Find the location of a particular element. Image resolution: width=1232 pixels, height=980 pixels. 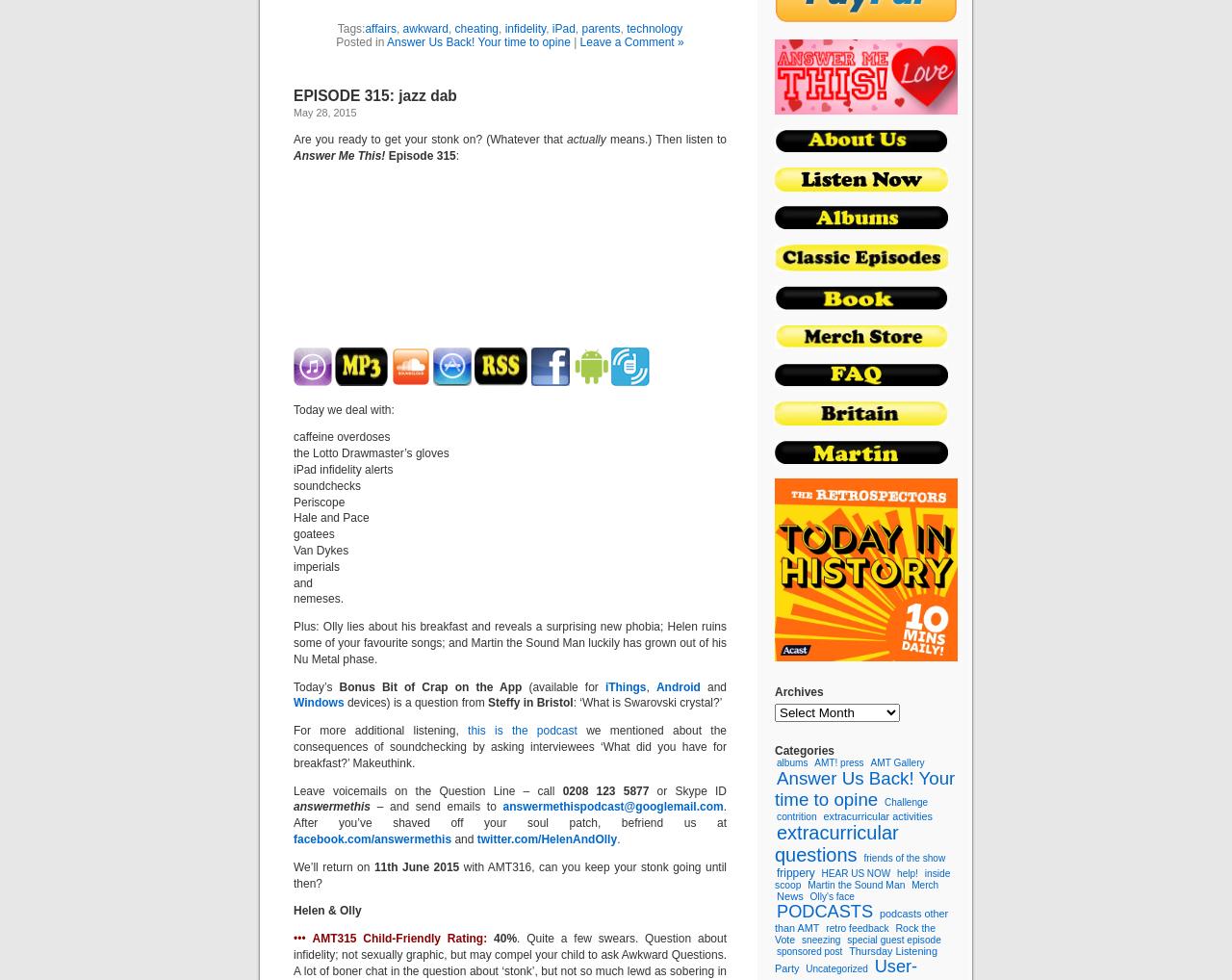

'extracurricular activities' is located at coordinates (876, 813).